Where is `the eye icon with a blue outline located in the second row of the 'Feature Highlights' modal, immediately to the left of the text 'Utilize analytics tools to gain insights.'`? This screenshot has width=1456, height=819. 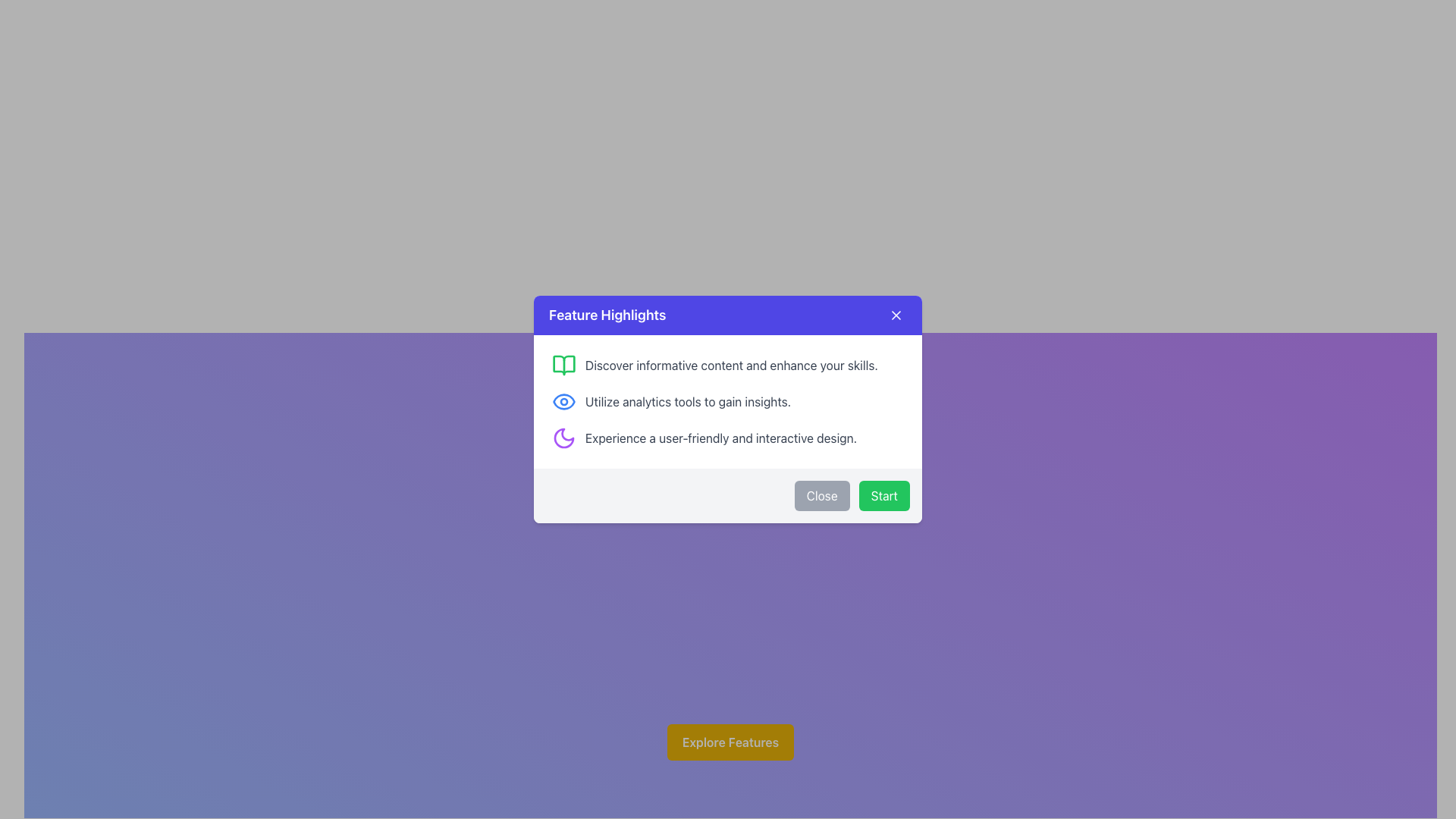 the eye icon with a blue outline located in the second row of the 'Feature Highlights' modal, immediately to the left of the text 'Utilize analytics tools to gain insights.' is located at coordinates (563, 400).